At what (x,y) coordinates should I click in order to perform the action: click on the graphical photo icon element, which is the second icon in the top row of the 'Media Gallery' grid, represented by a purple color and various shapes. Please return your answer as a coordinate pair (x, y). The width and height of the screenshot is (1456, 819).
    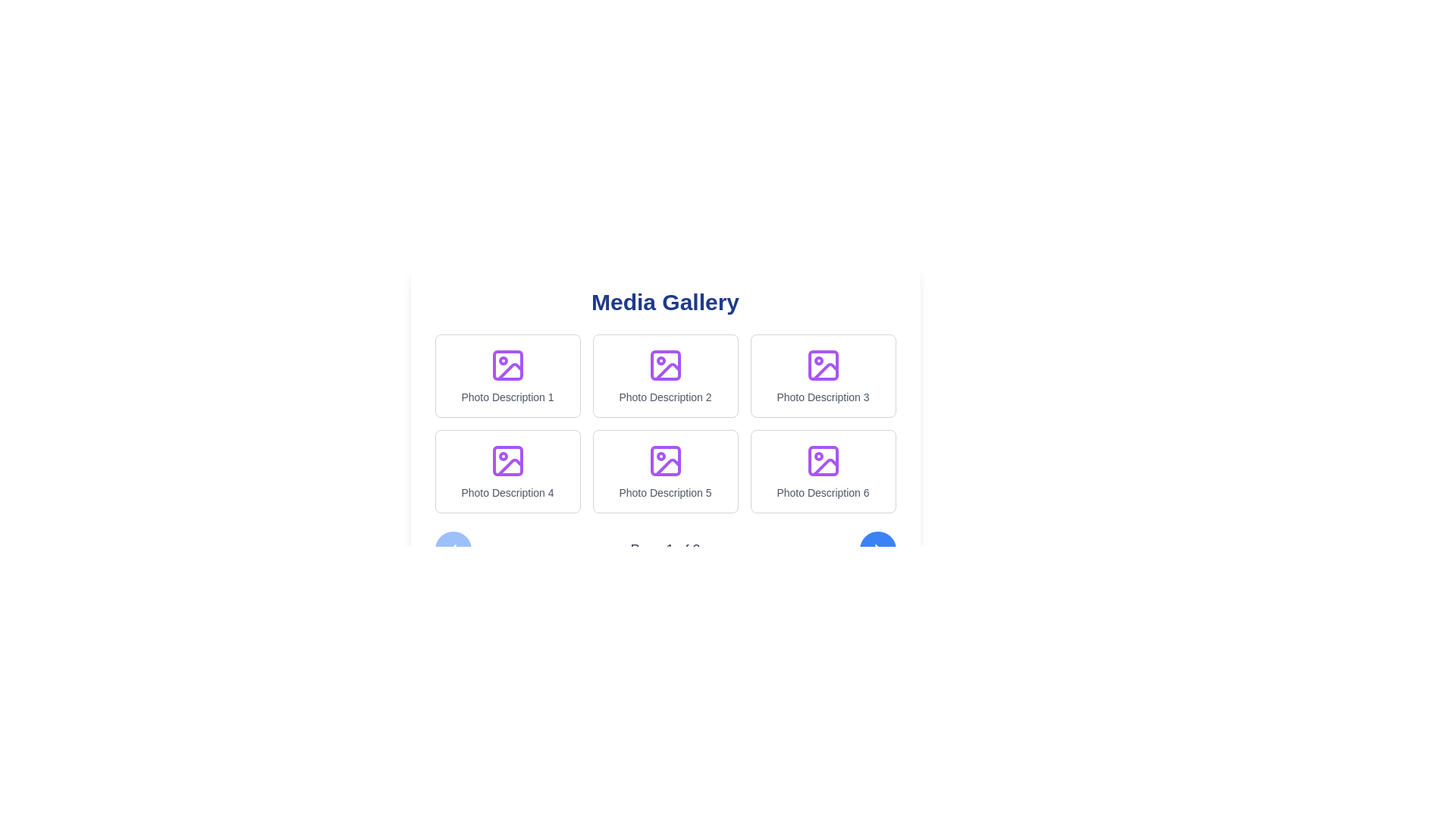
    Looking at the image, I should click on (667, 372).